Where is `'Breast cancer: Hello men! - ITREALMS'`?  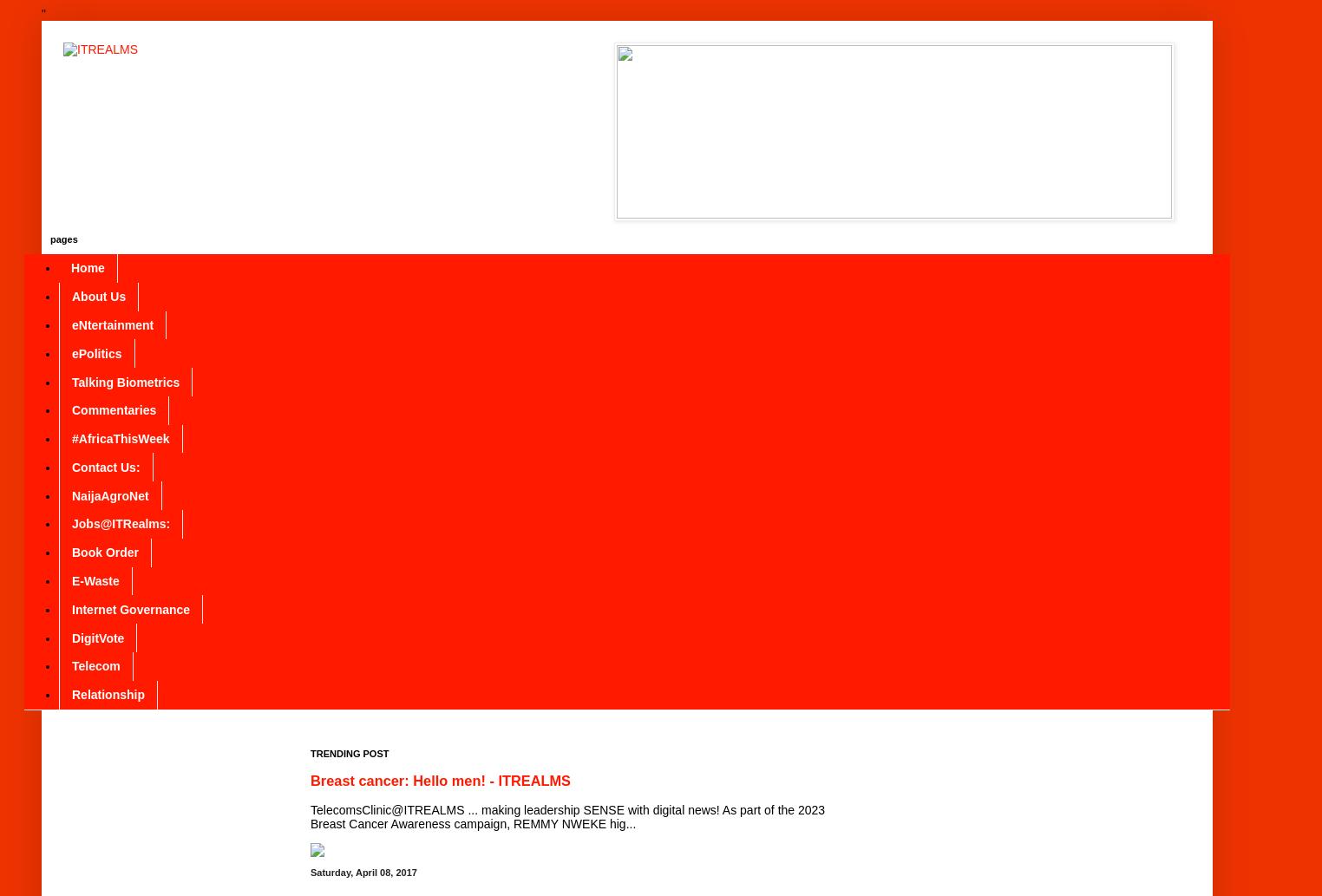
'Breast cancer: Hello men! - ITREALMS' is located at coordinates (440, 779).